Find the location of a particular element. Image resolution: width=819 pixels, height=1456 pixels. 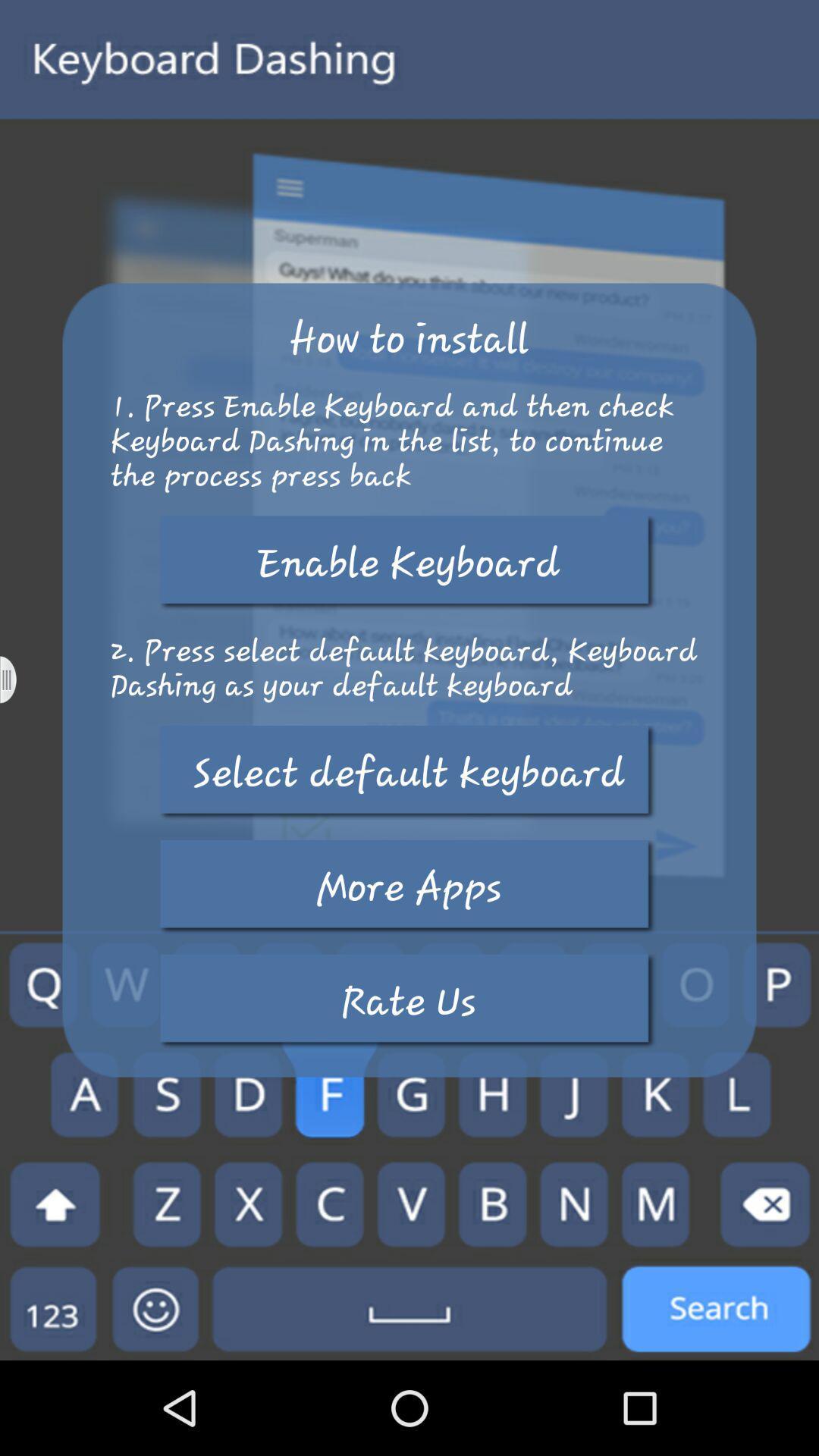

button below more apps icon is located at coordinates (408, 1001).